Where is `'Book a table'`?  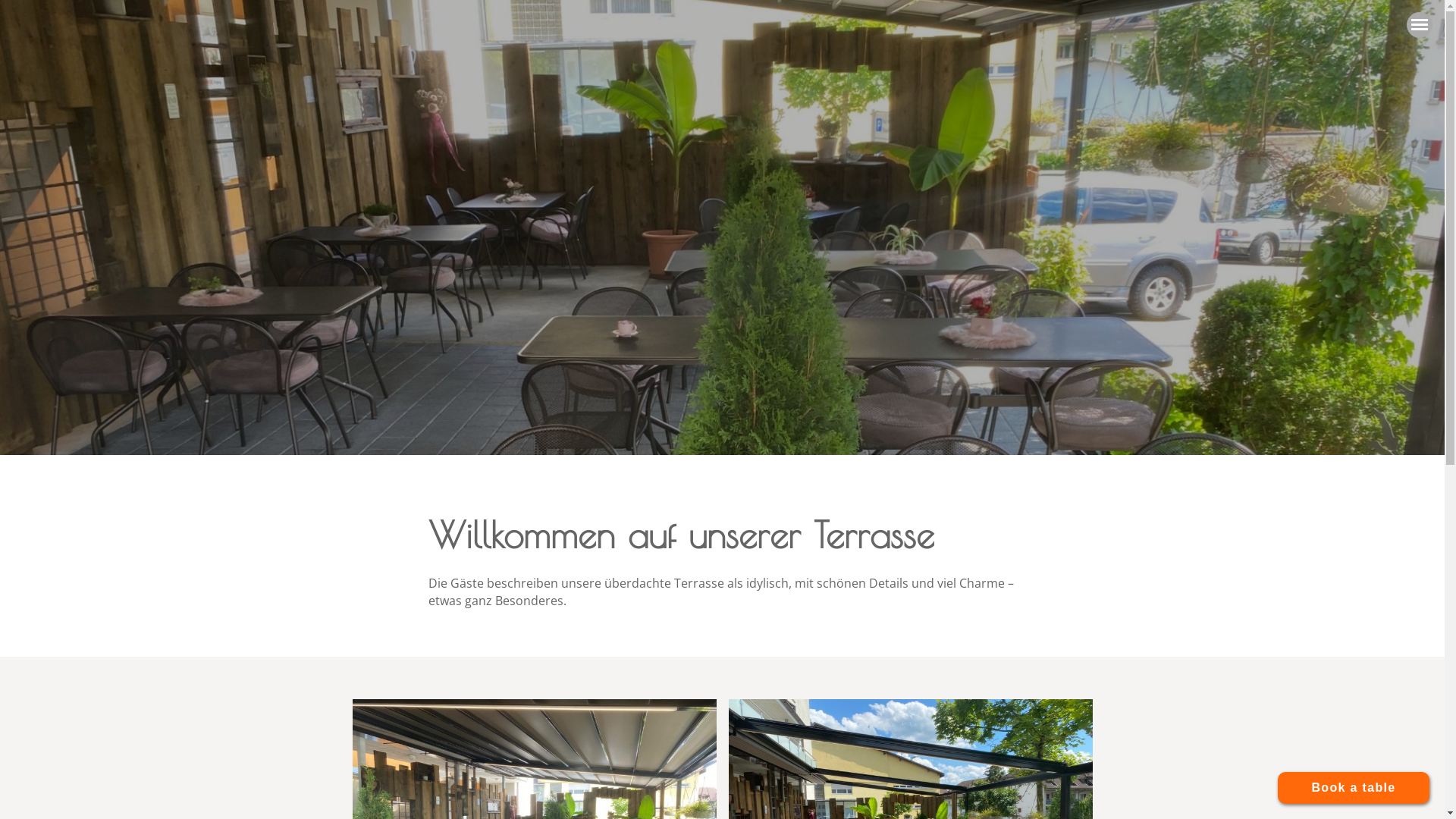 'Book a table' is located at coordinates (1354, 786).